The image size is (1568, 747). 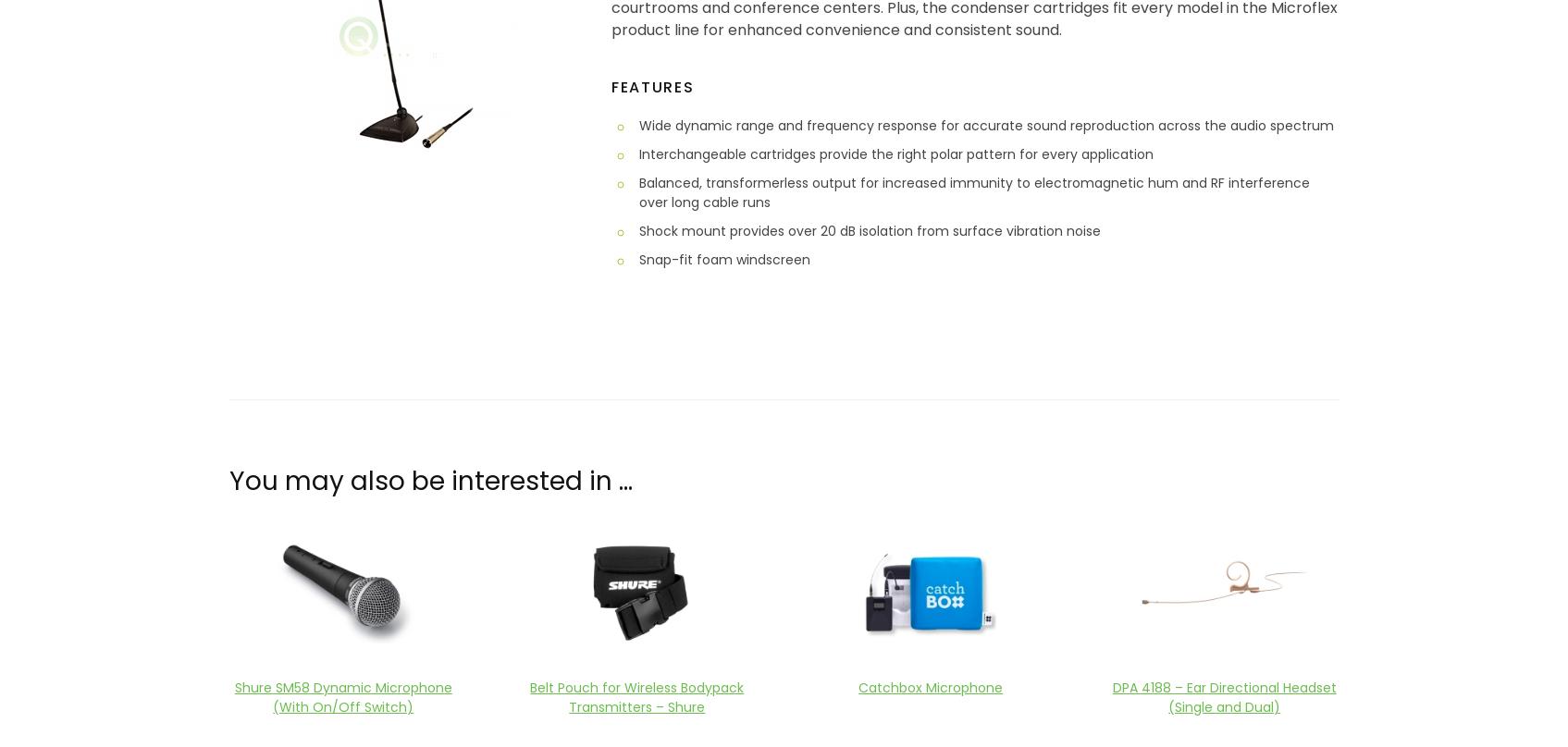 What do you see at coordinates (233, 696) in the screenshot?
I see `'Shure SM58 Dynamic Microphone (With On/Off Switch)'` at bounding box center [233, 696].